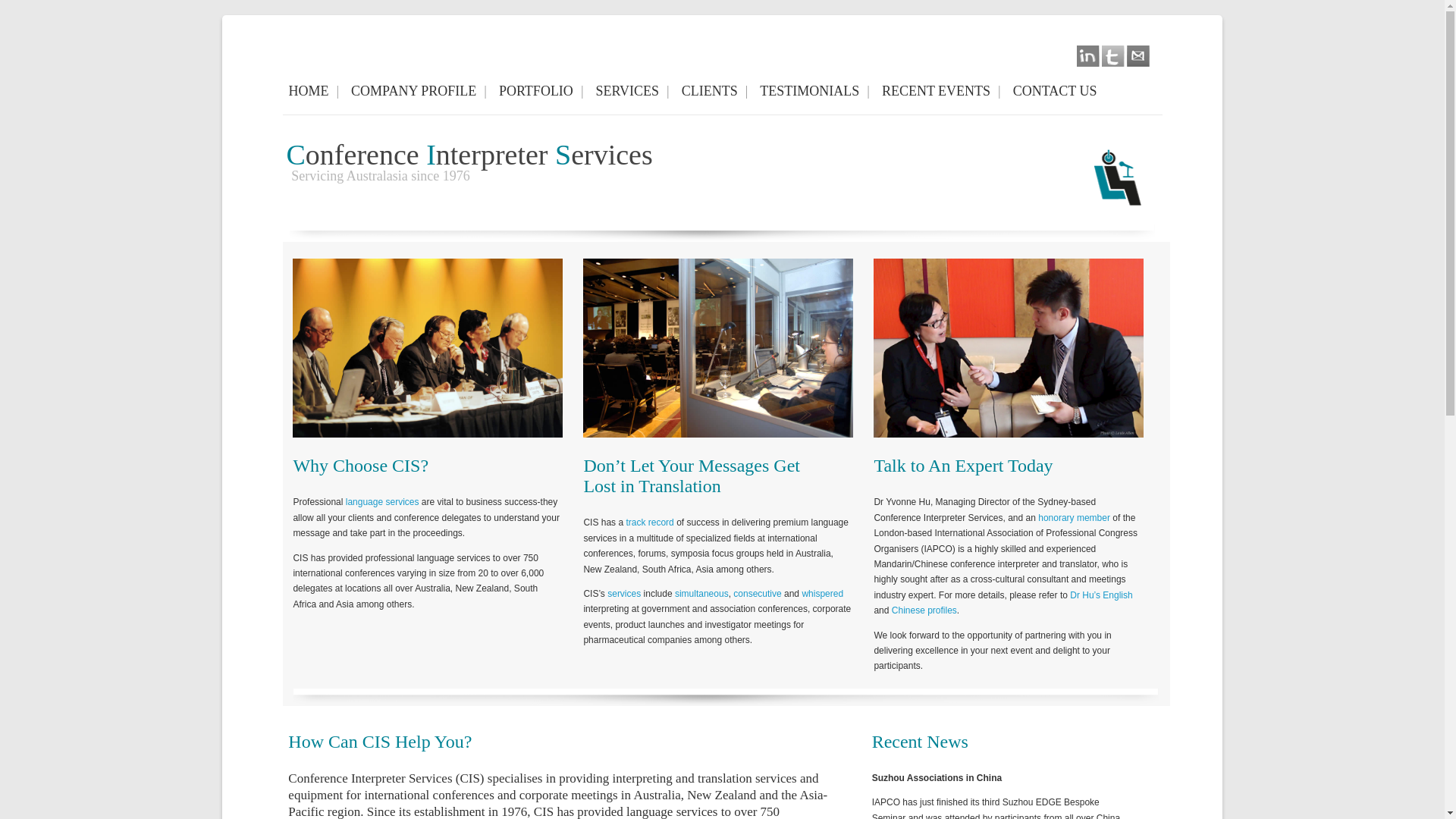 The height and width of the screenshot is (819, 1456). Describe the element at coordinates (814, 91) in the screenshot. I see `'TESTIMONIALS'` at that location.